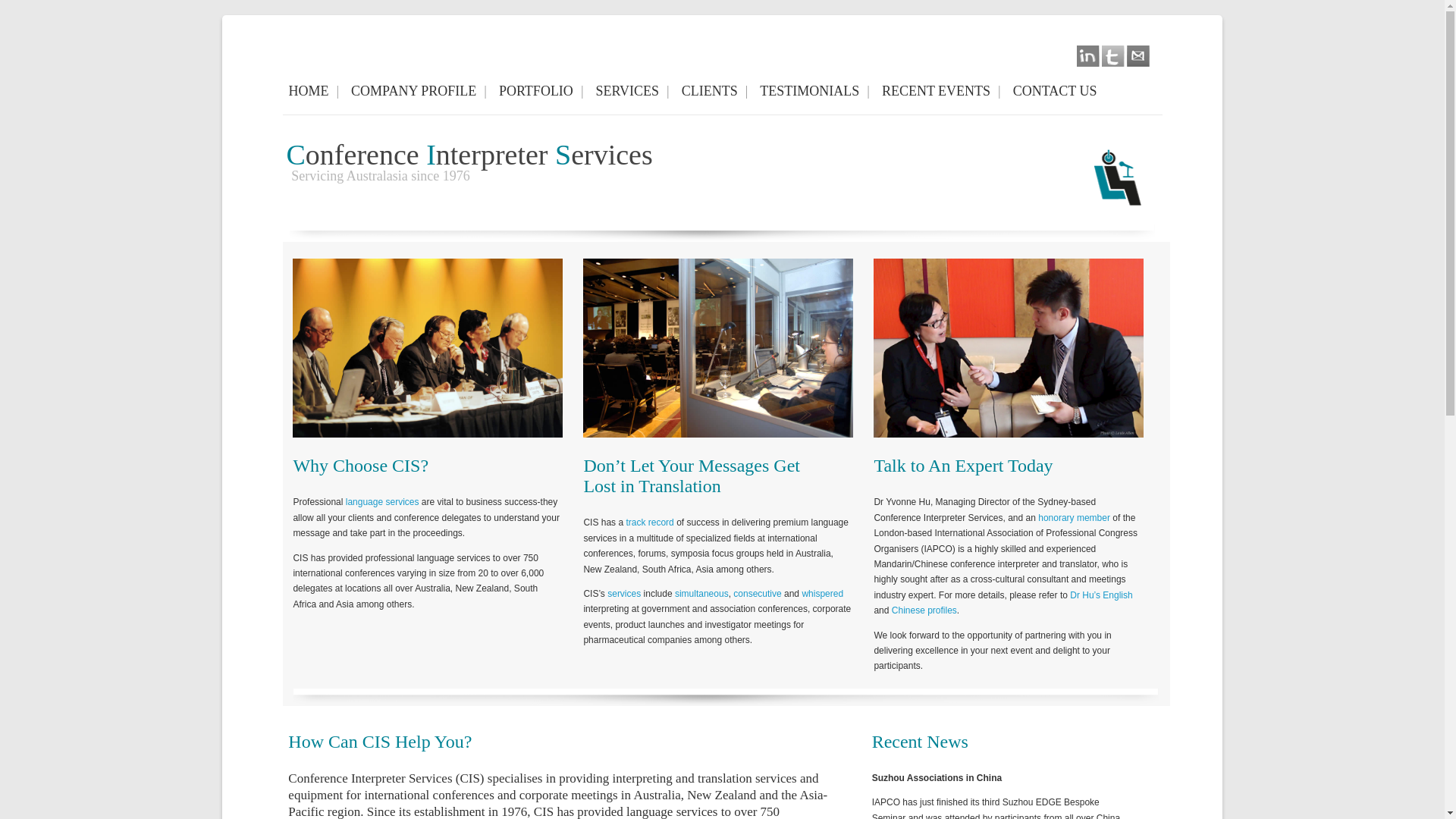 The height and width of the screenshot is (819, 1456). Describe the element at coordinates (814, 91) in the screenshot. I see `'TESTIMONIALS'` at that location.